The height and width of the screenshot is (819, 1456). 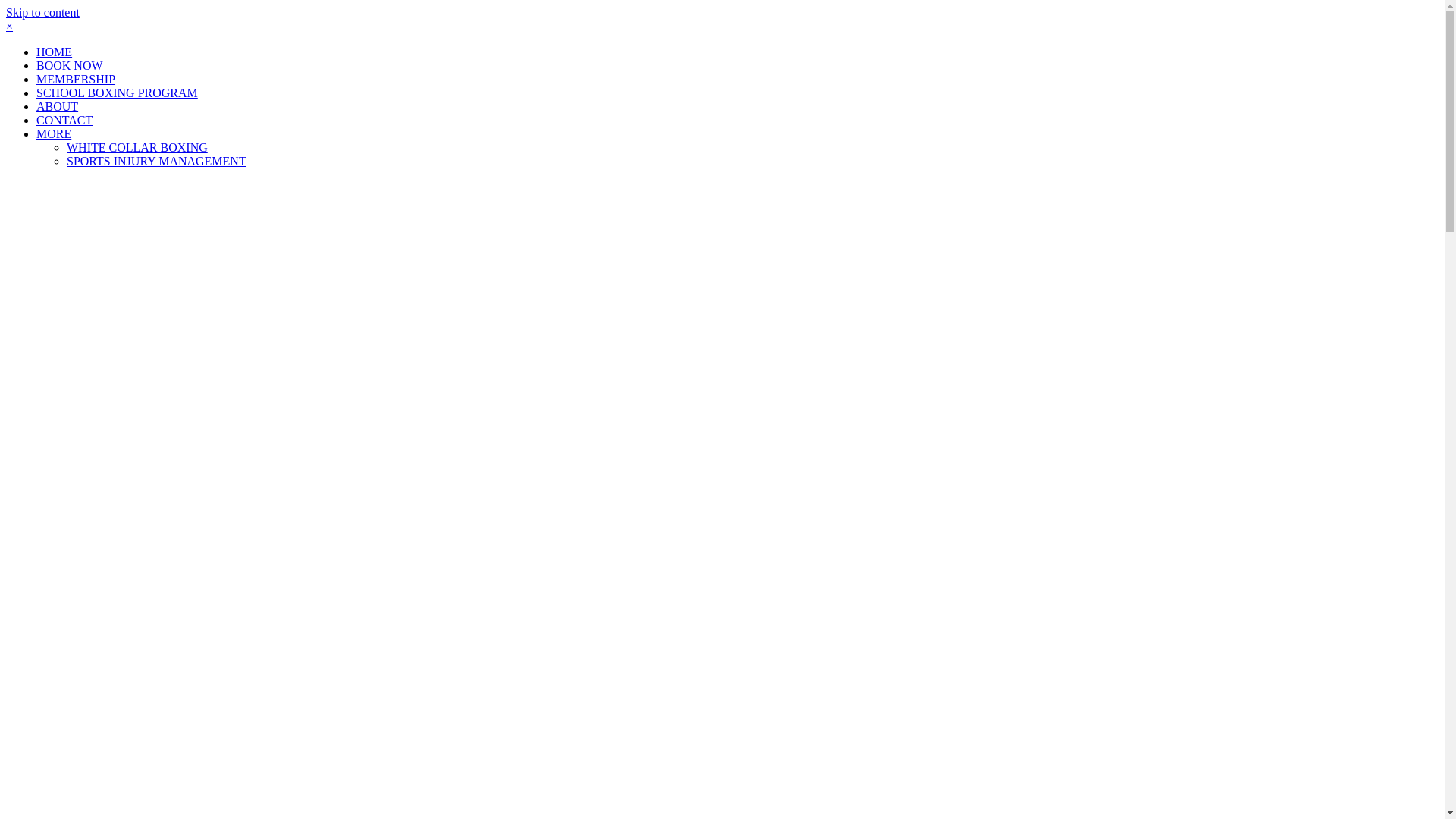 I want to click on 'BOOK NOW', so click(x=68, y=64).